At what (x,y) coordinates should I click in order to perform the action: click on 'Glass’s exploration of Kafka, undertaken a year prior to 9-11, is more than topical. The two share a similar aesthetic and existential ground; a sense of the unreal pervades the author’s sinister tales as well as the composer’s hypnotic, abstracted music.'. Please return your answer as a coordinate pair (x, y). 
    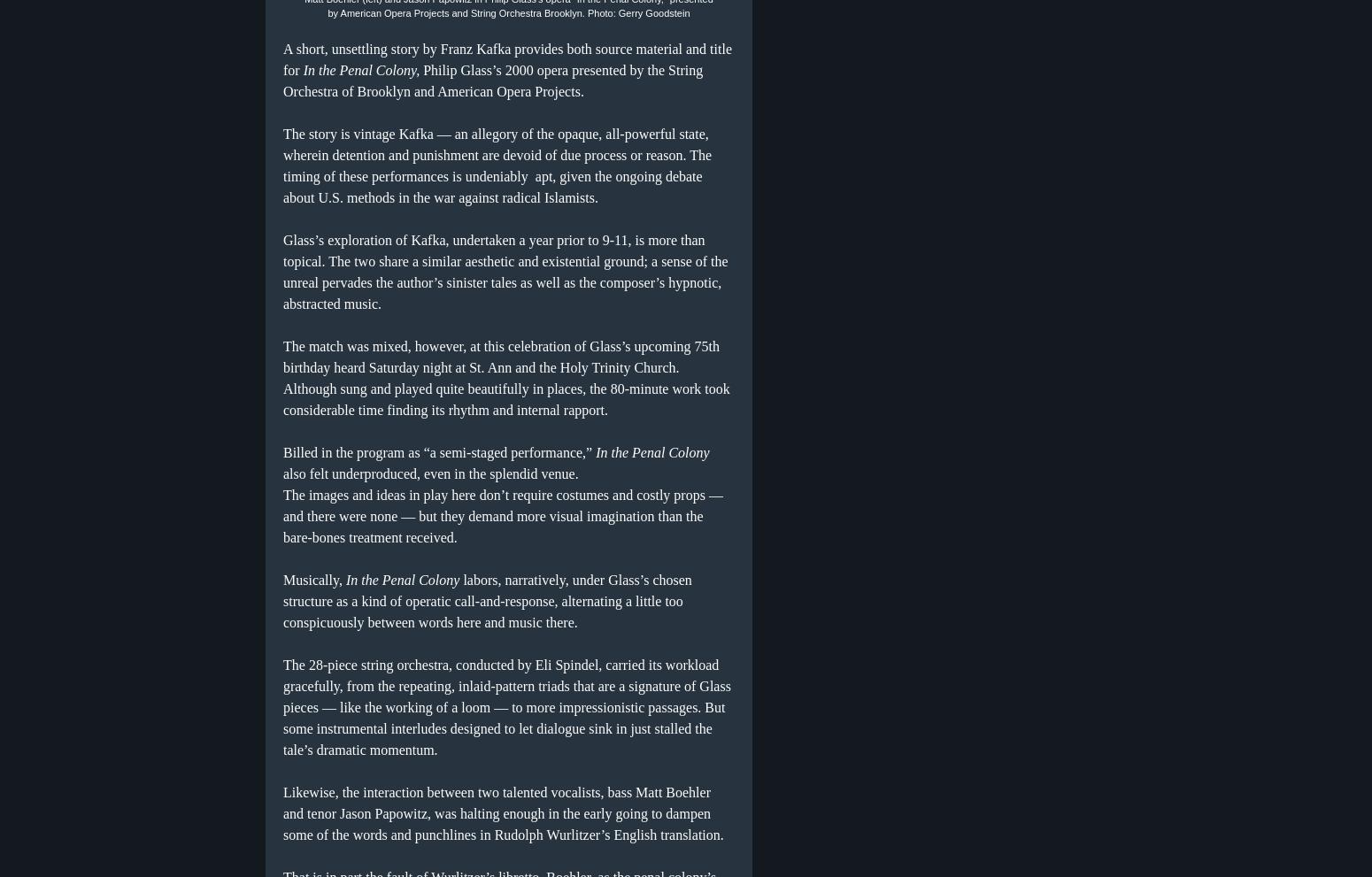
    Looking at the image, I should click on (505, 270).